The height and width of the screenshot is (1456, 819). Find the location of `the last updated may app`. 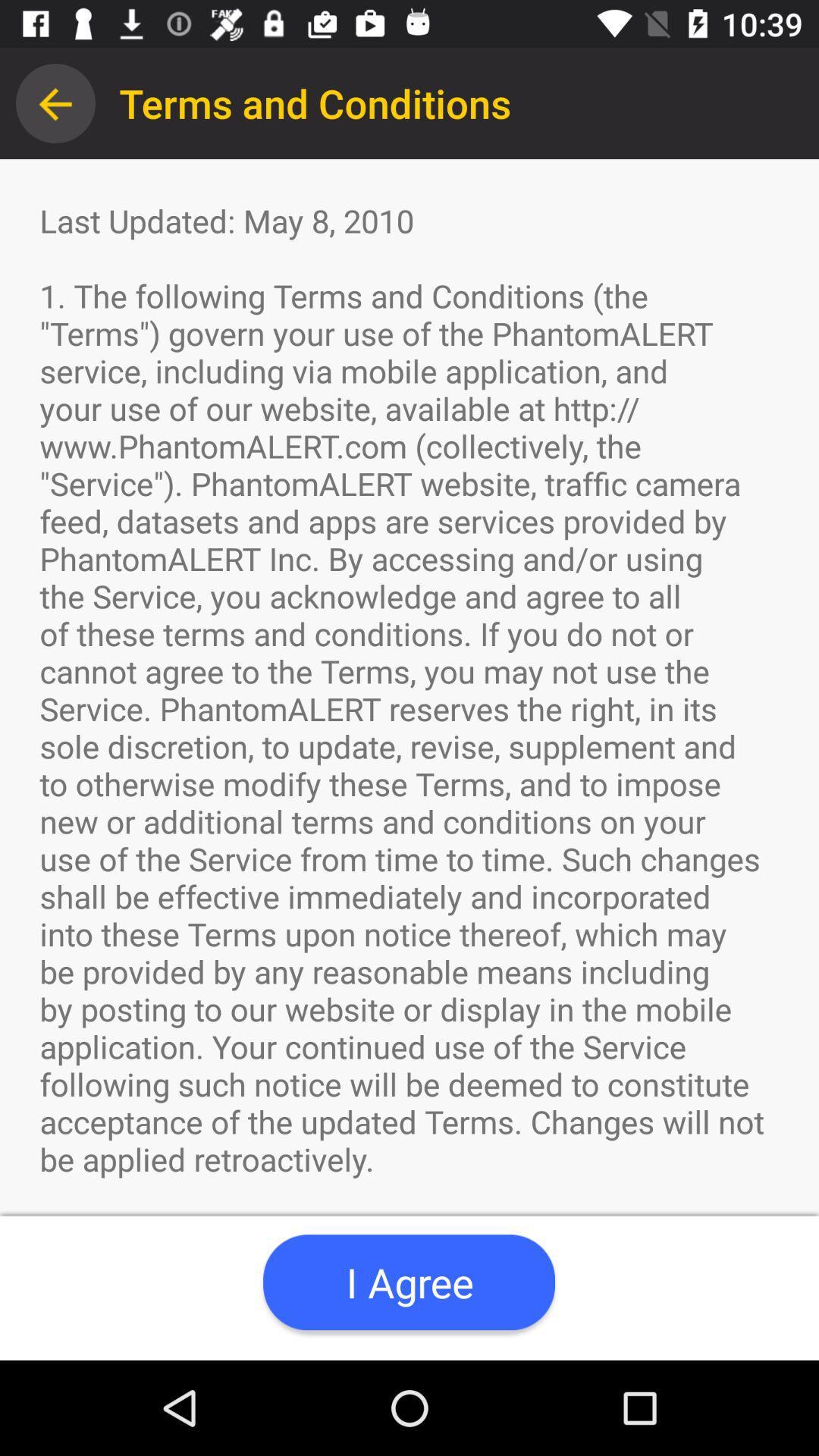

the last updated may app is located at coordinates (409, 760).